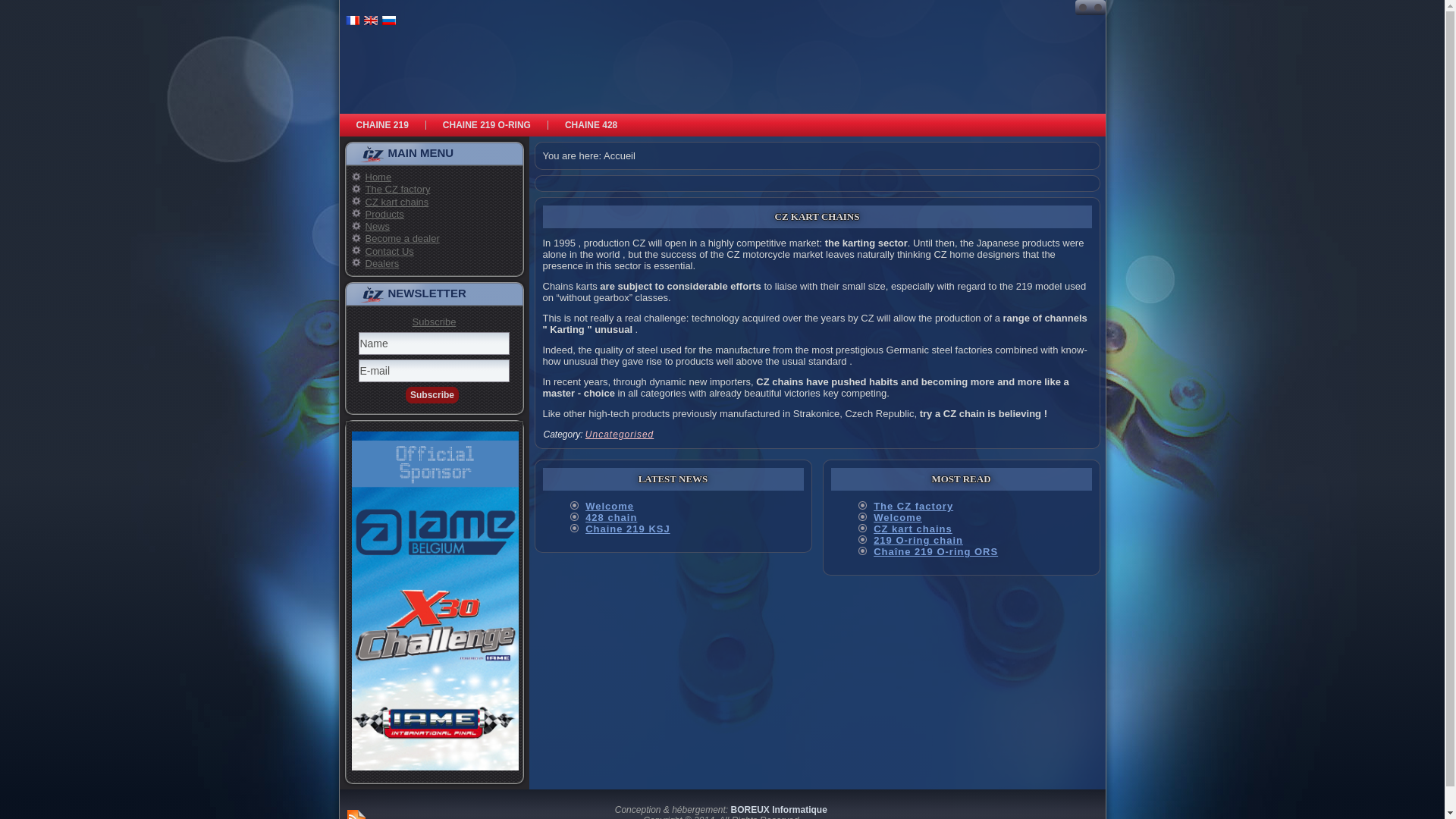 This screenshot has height=819, width=1456. I want to click on 'Chaine 219 KSJ', so click(628, 528).